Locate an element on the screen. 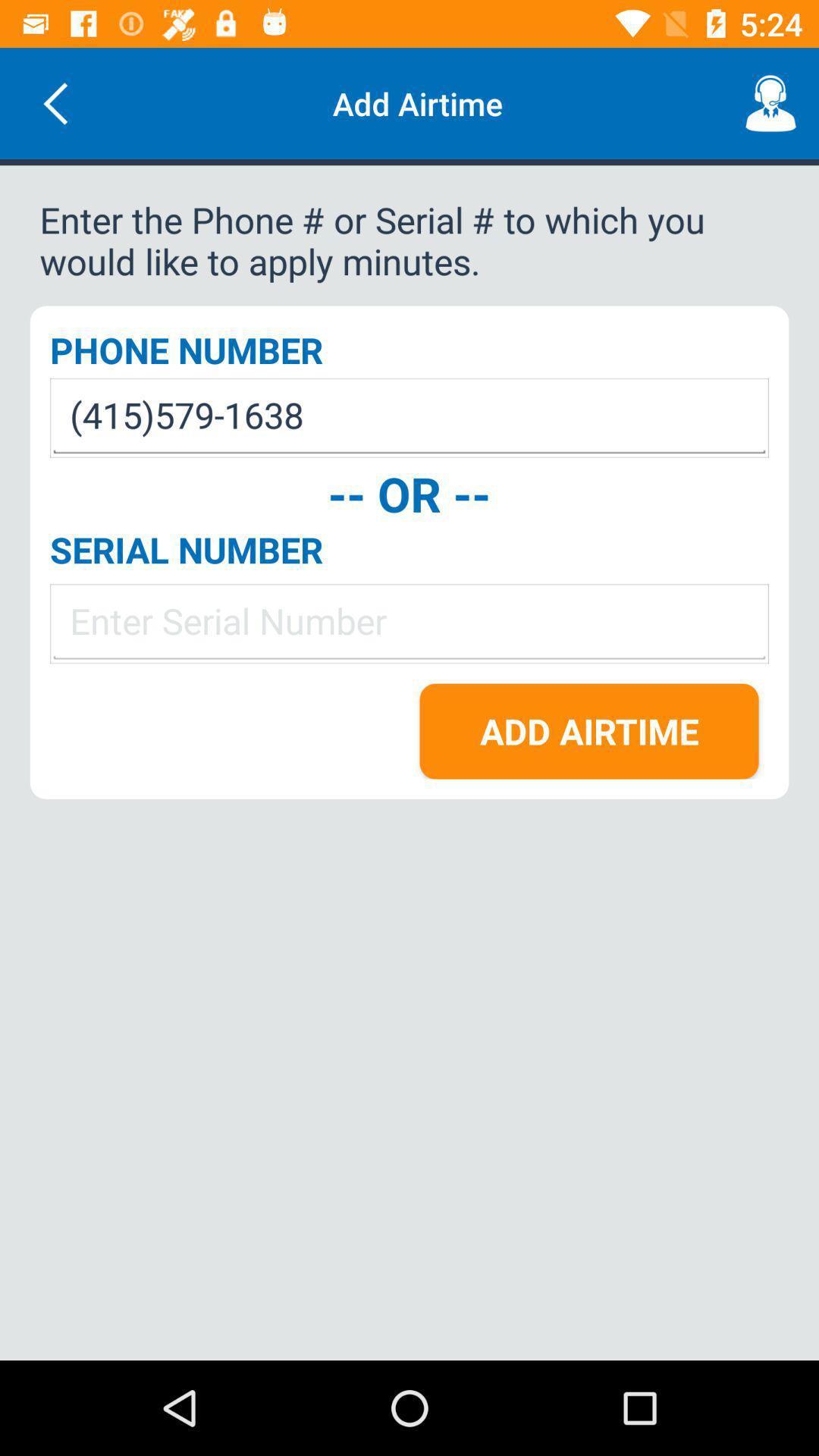  the icon next to the add airtime is located at coordinates (771, 102).